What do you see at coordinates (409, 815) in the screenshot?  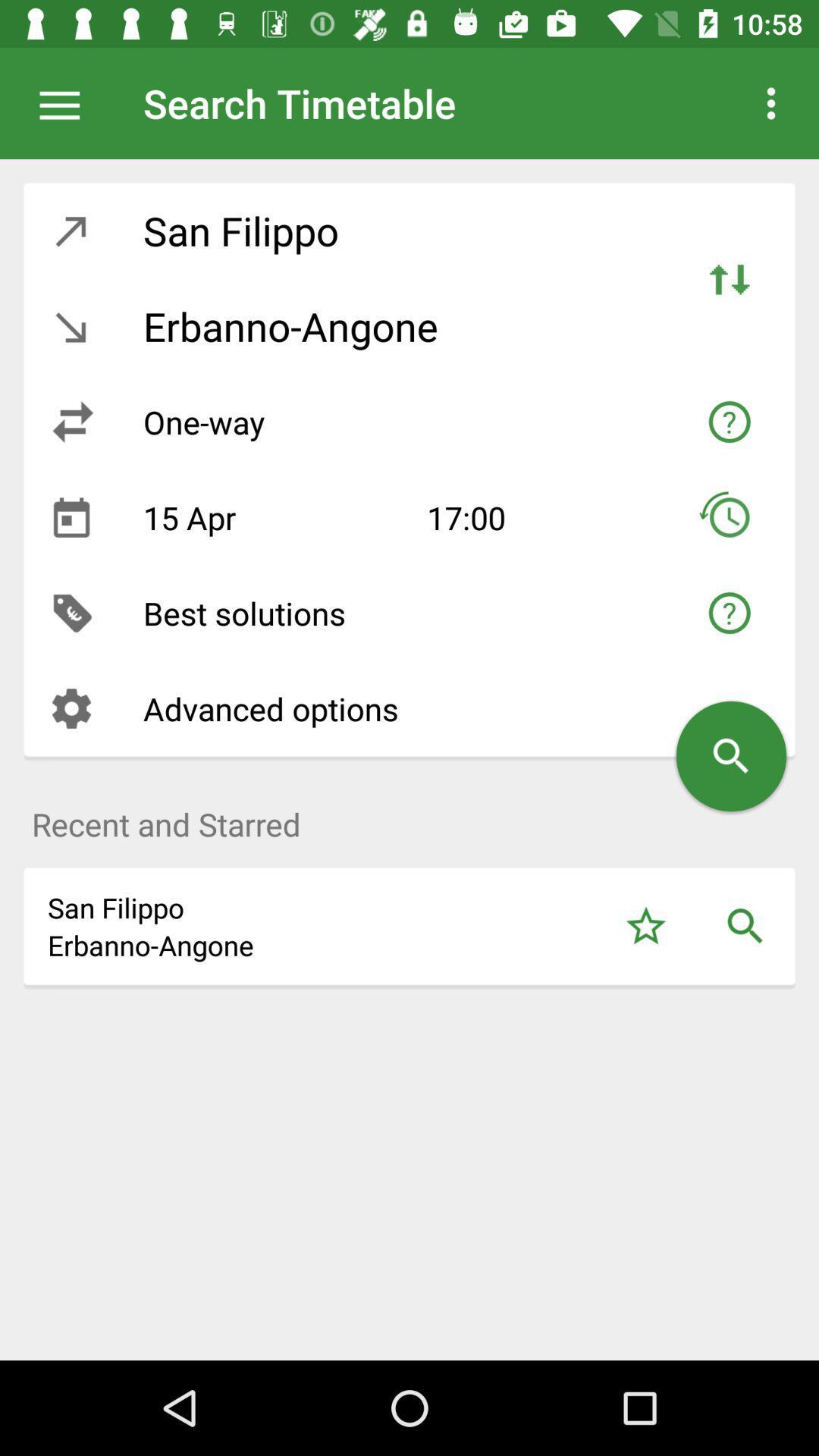 I see `recent and starred icon` at bounding box center [409, 815].